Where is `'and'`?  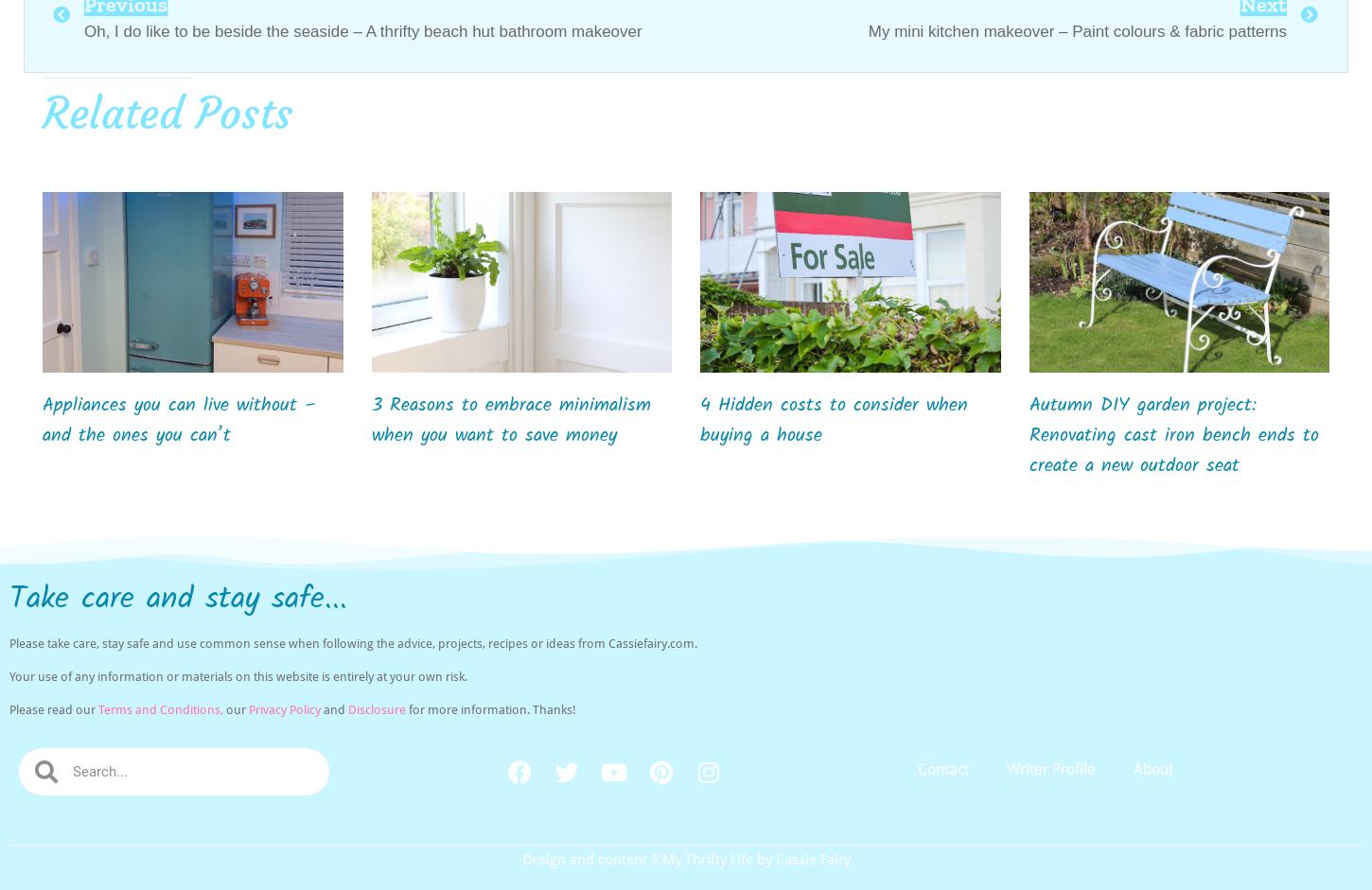
'and' is located at coordinates (334, 708).